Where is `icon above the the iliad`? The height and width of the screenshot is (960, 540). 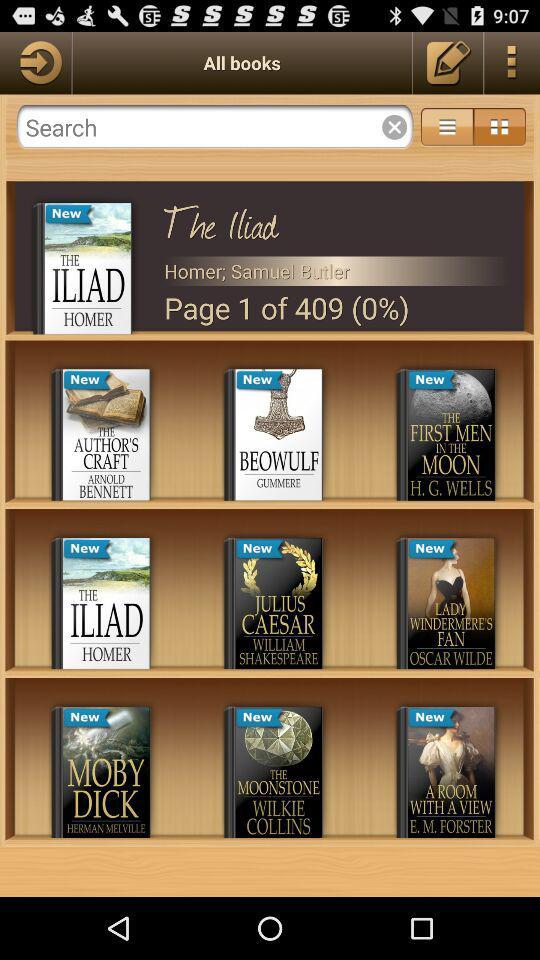
icon above the the iliad is located at coordinates (447, 126).